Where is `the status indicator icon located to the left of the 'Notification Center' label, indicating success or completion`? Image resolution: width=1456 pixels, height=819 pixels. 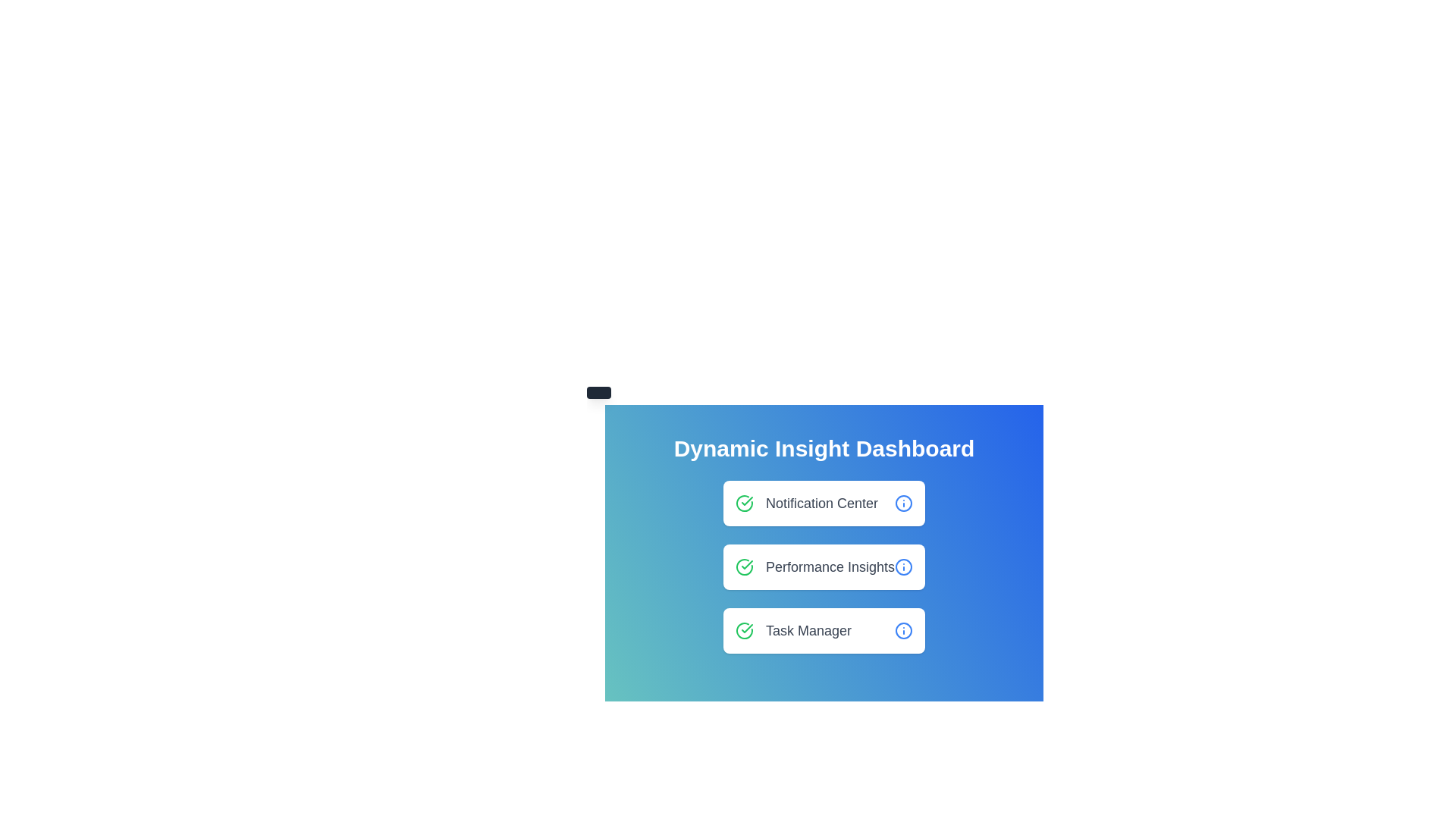
the status indicator icon located to the left of the 'Notification Center' label, indicating success or completion is located at coordinates (744, 503).